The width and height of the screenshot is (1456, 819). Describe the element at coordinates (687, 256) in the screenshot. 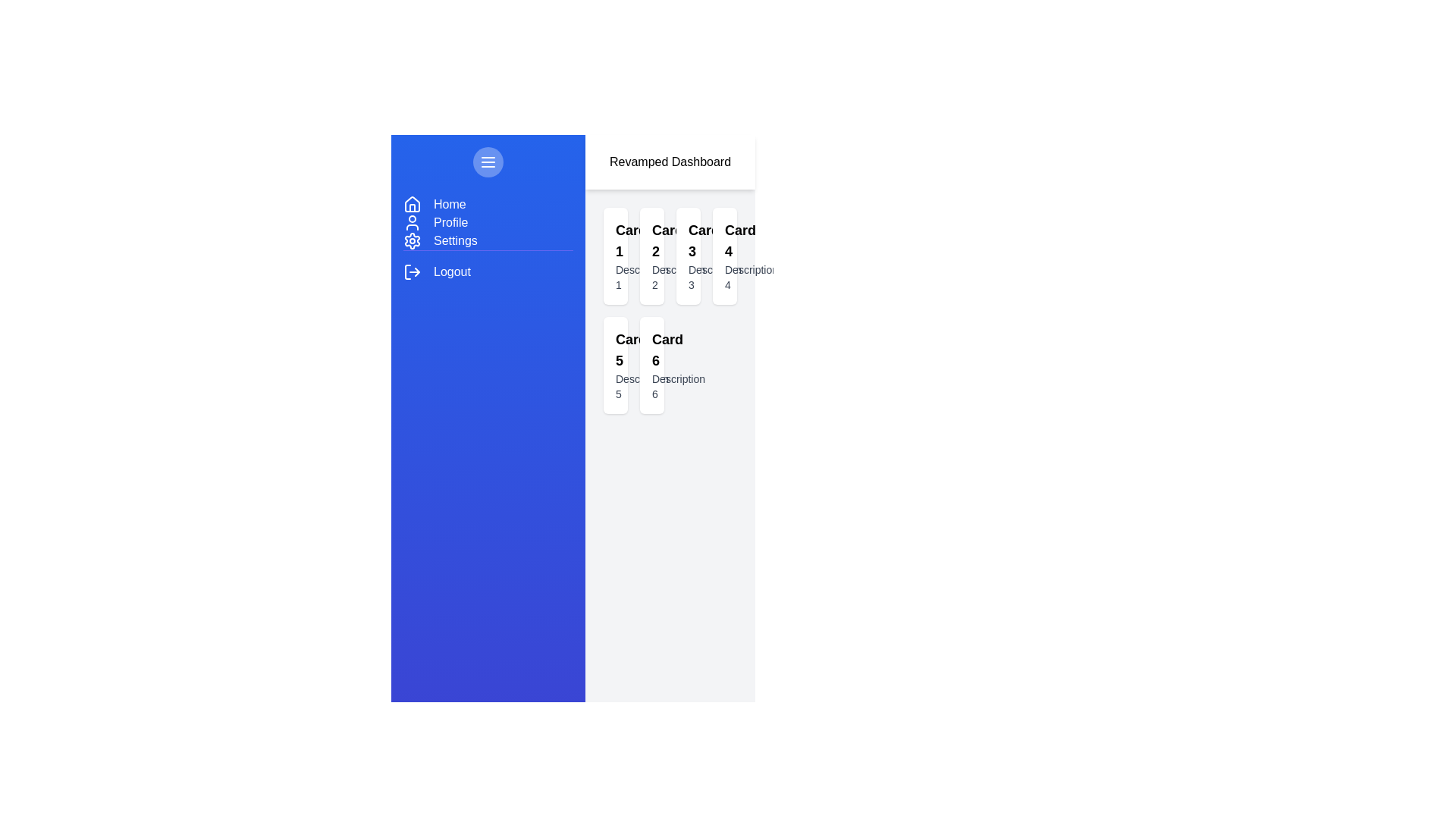

I see `the visual information card located in the third column of the first row, positioned between 'Card 2' and 'Card 4'` at that location.